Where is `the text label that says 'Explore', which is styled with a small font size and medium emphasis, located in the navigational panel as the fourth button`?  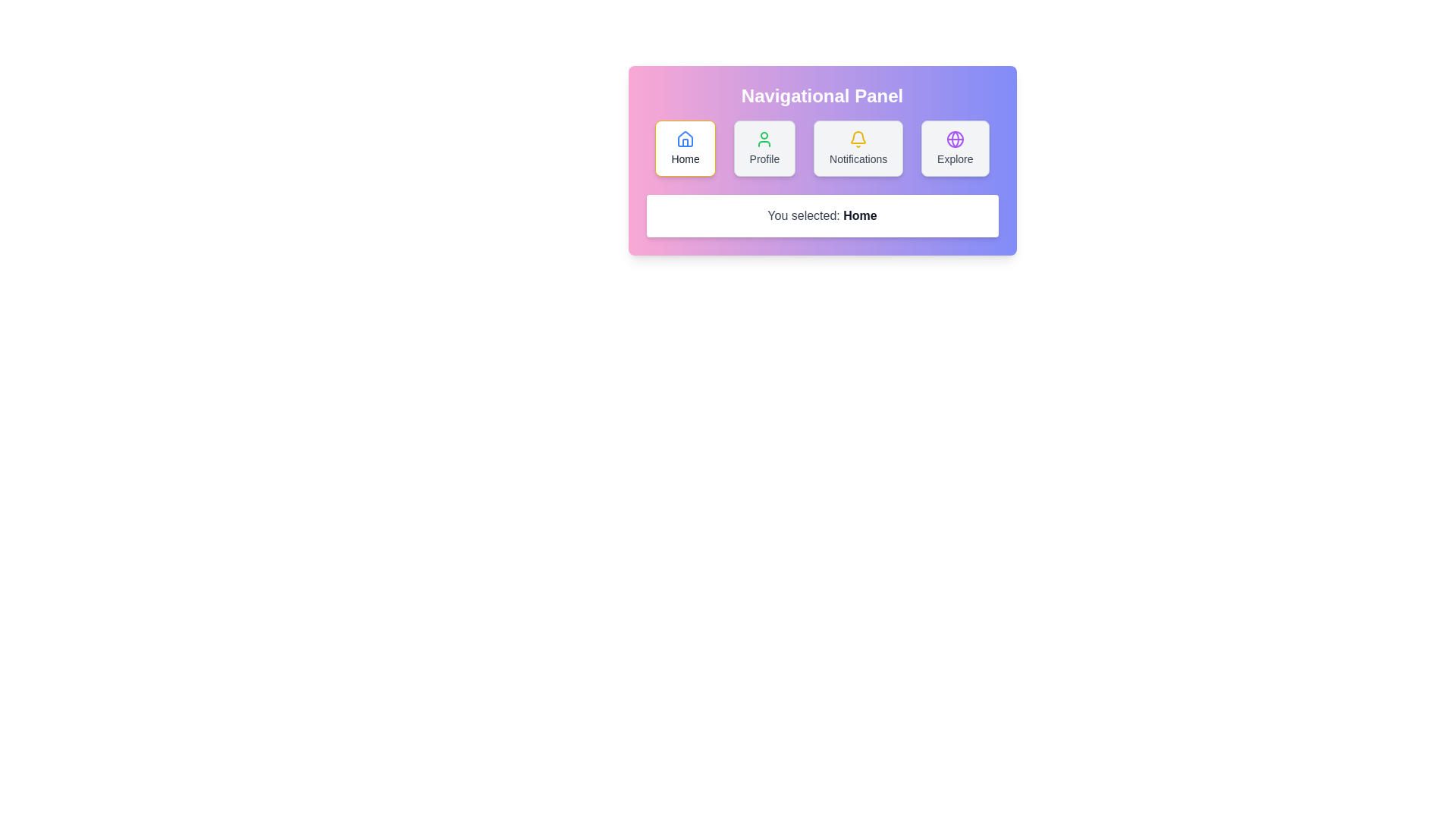
the text label that says 'Explore', which is styled with a small font size and medium emphasis, located in the navigational panel as the fourth button is located at coordinates (954, 158).